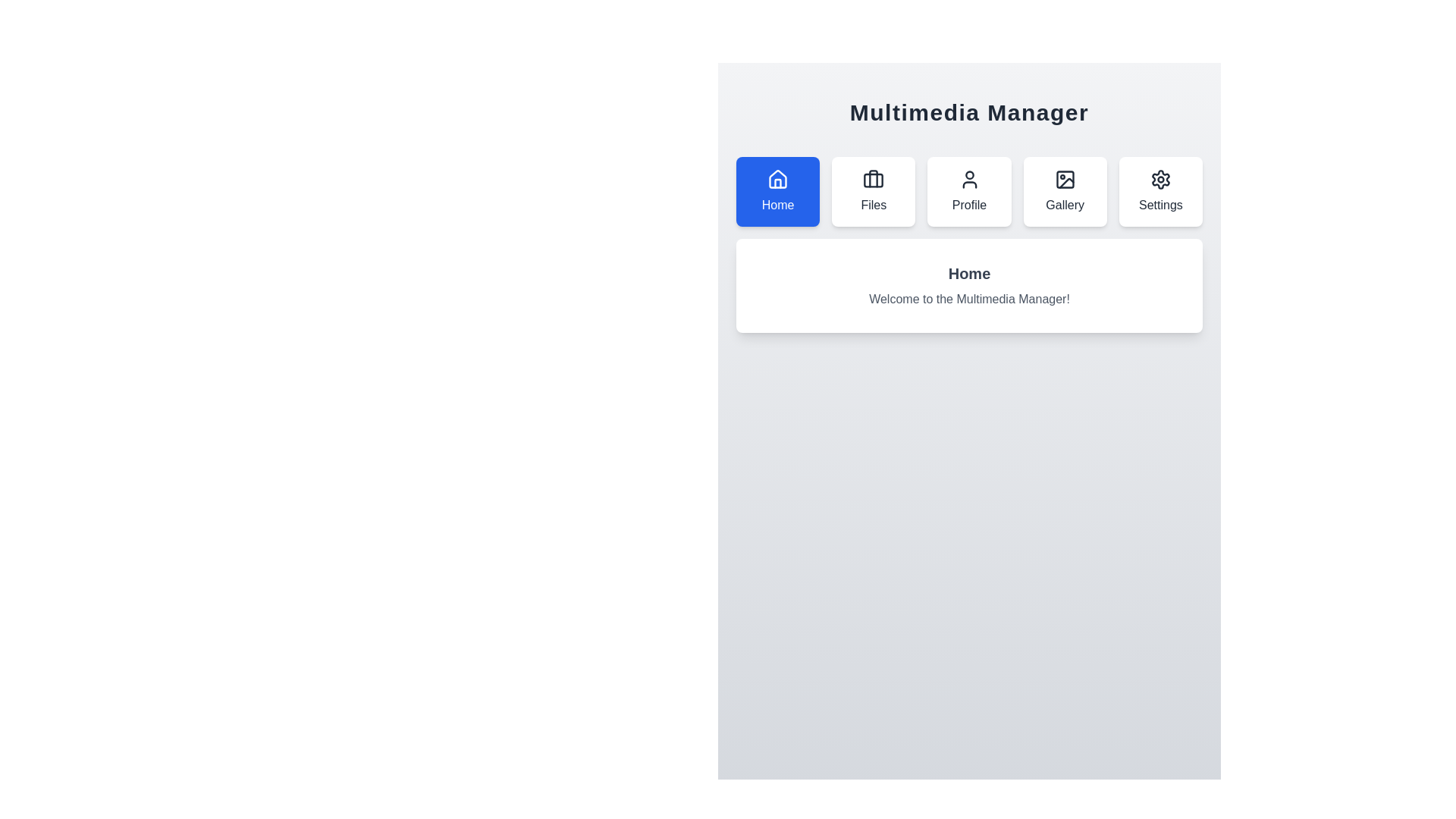 This screenshot has height=819, width=1456. Describe the element at coordinates (968, 184) in the screenshot. I see `the lower part of the user profile icon located in the 'Profile' option of the navigation bar` at that location.